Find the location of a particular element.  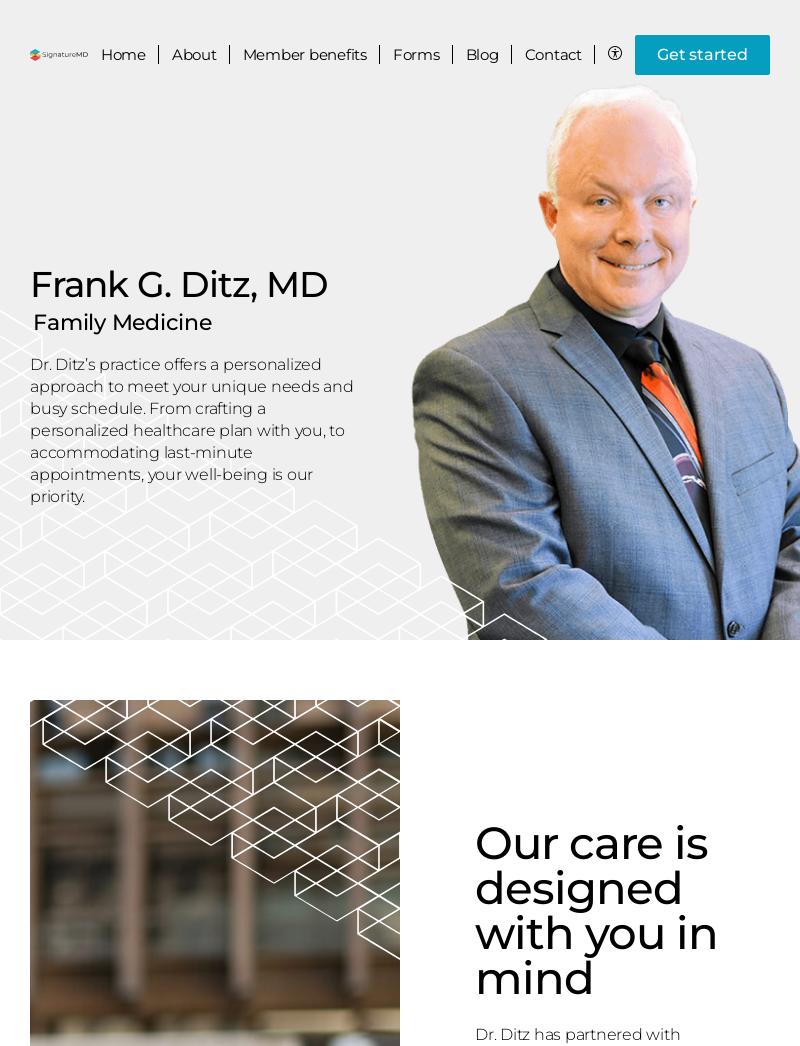

'Dr. Ditz’s practice offers a personalized approach to meet your unique needs and busy schedule. From crafting a personalized healthcare plan with you, to accommodating last-minute appointments, your well-being is our priority.' is located at coordinates (190, 428).